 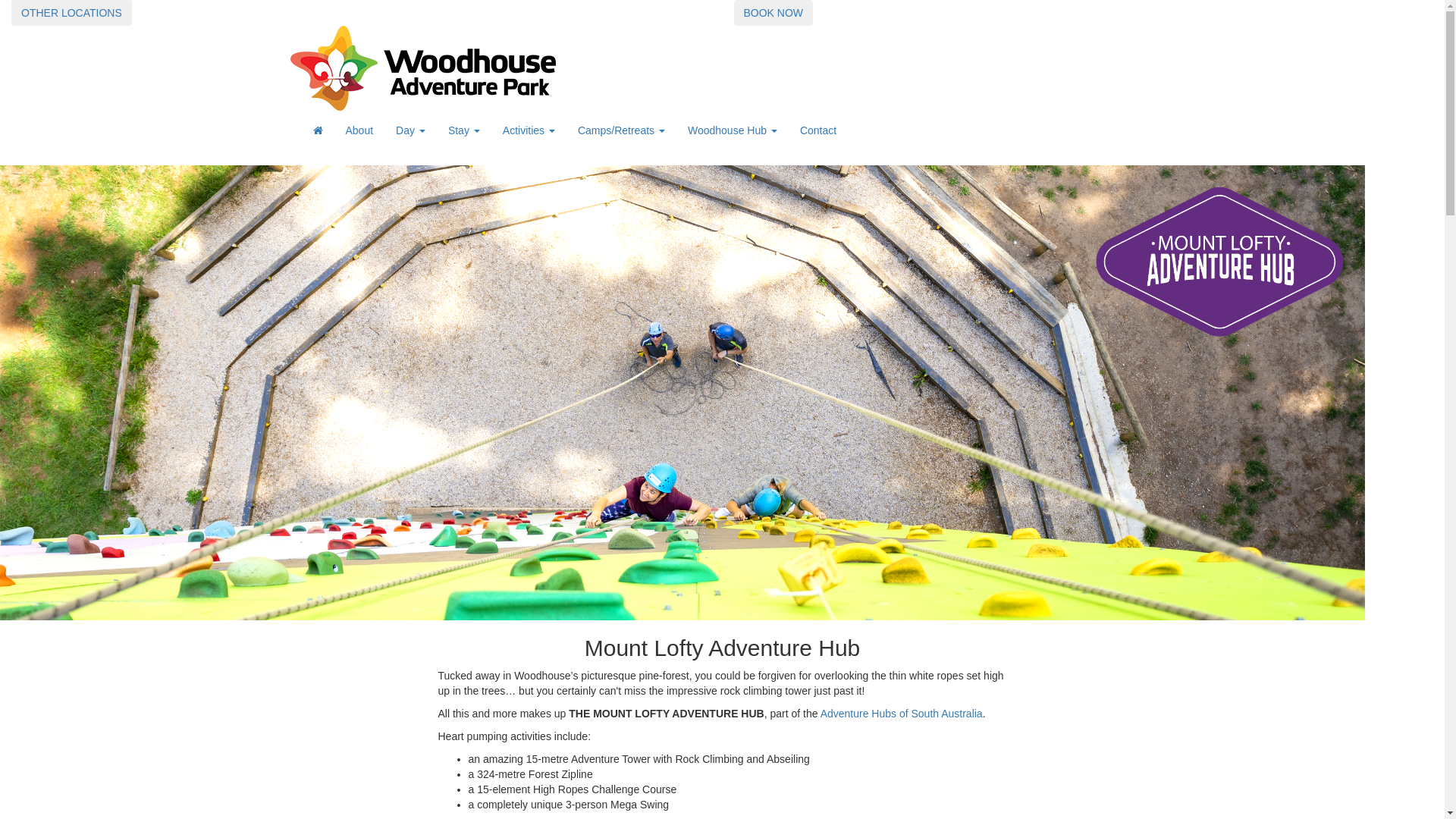 I want to click on 'BOOK NOW', so click(x=734, y=11).